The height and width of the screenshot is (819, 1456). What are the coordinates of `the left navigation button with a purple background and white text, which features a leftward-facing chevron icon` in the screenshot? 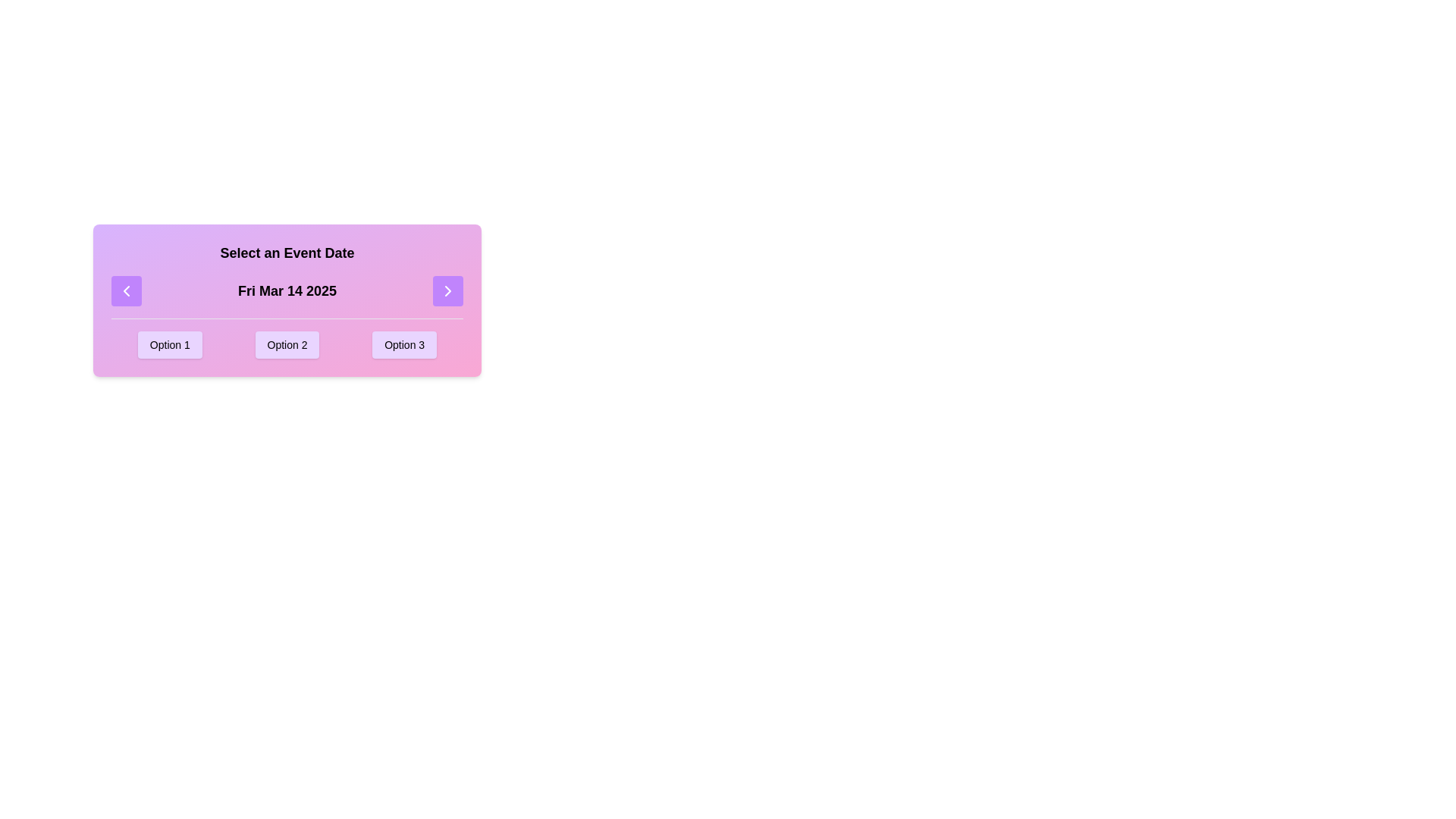 It's located at (127, 291).